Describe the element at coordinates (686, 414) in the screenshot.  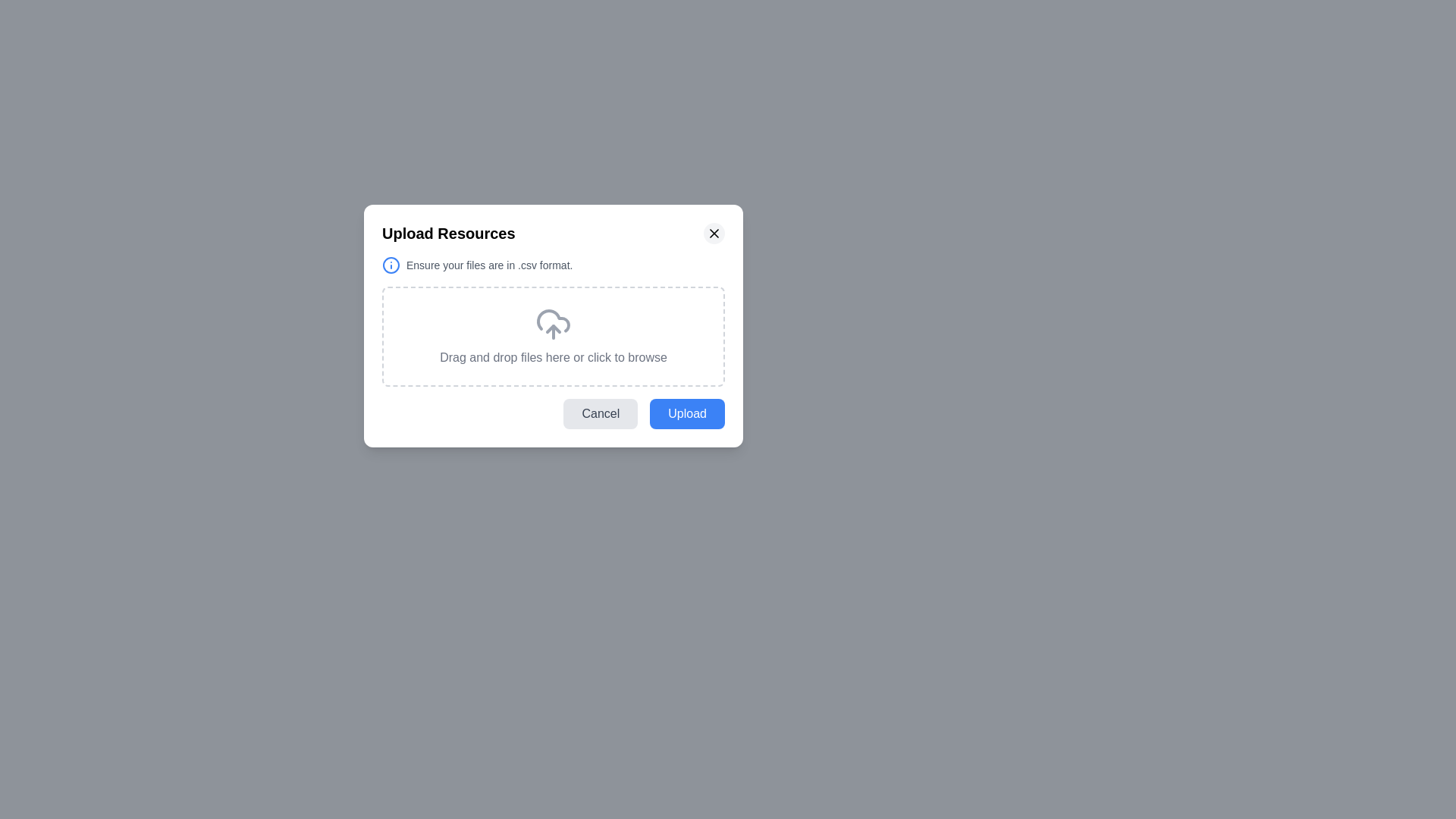
I see `the blue 'Upload' button with white text located in the bottom-right corner of the 'Upload Resources' dialog box` at that location.